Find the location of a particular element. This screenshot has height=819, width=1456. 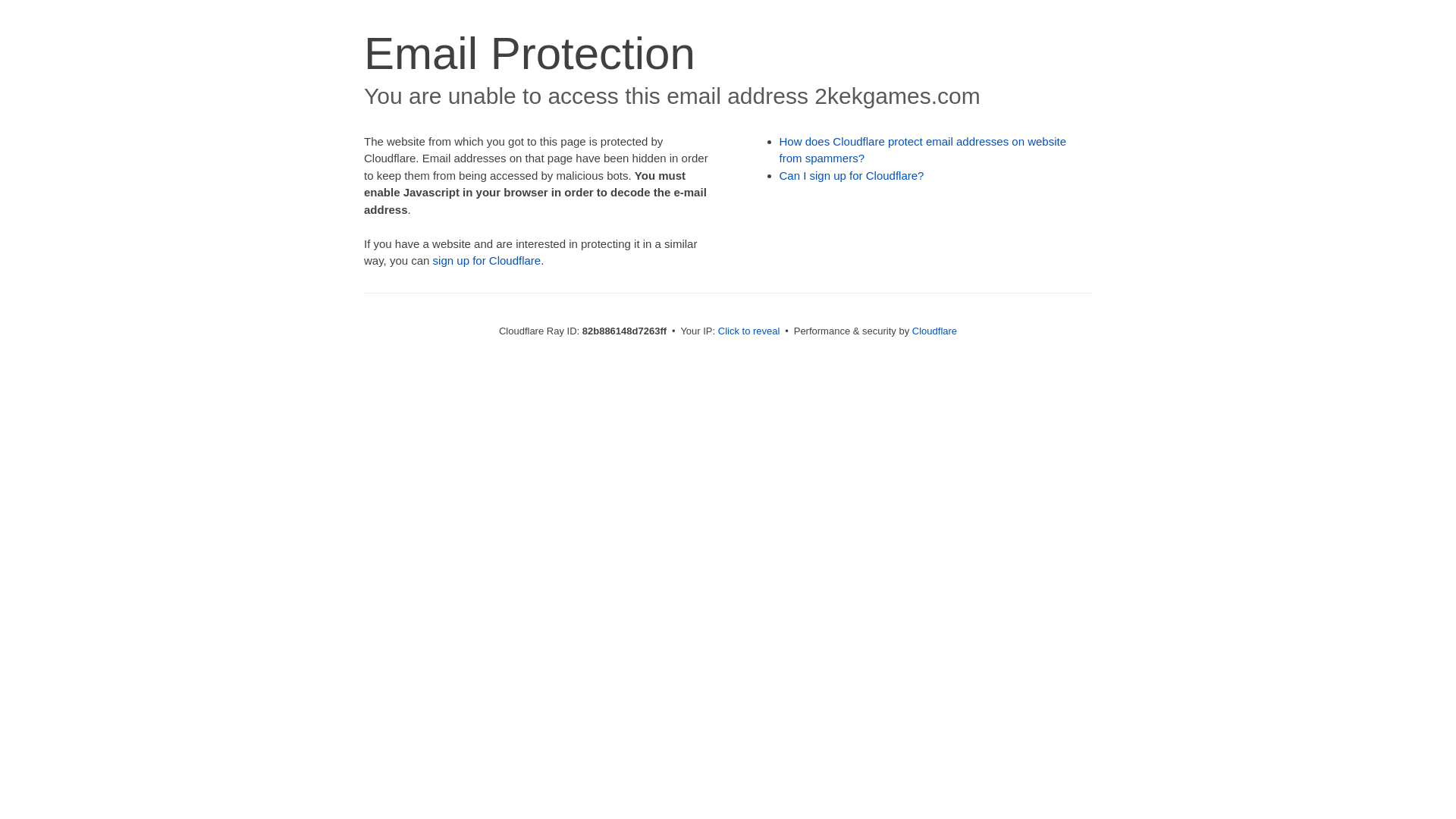

'Cloudflare' is located at coordinates (934, 330).